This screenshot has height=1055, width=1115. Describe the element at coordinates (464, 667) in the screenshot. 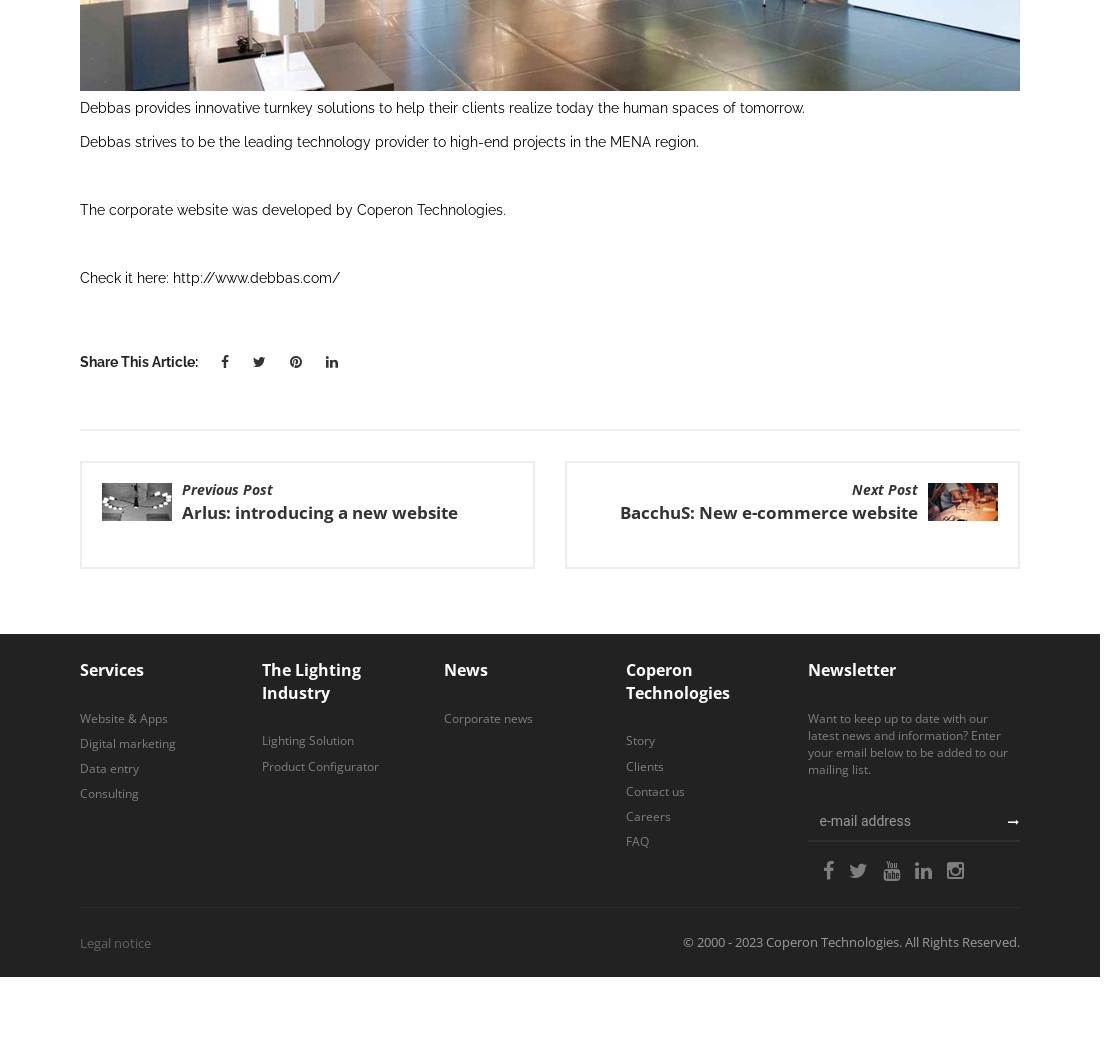

I see `'News'` at that location.